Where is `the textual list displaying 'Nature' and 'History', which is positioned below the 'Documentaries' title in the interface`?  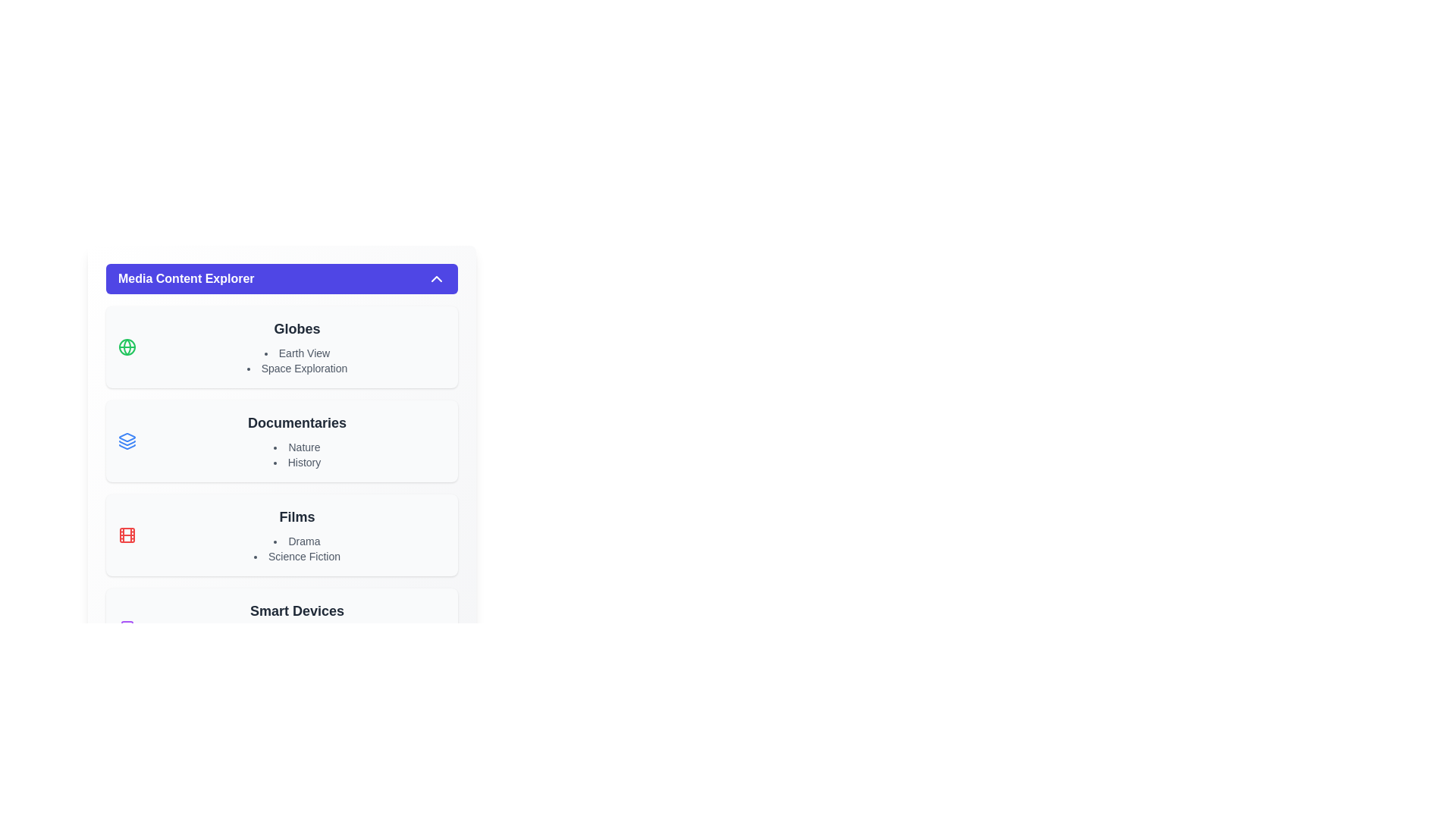
the textual list displaying 'Nature' and 'History', which is positioned below the 'Documentaries' title in the interface is located at coordinates (297, 454).